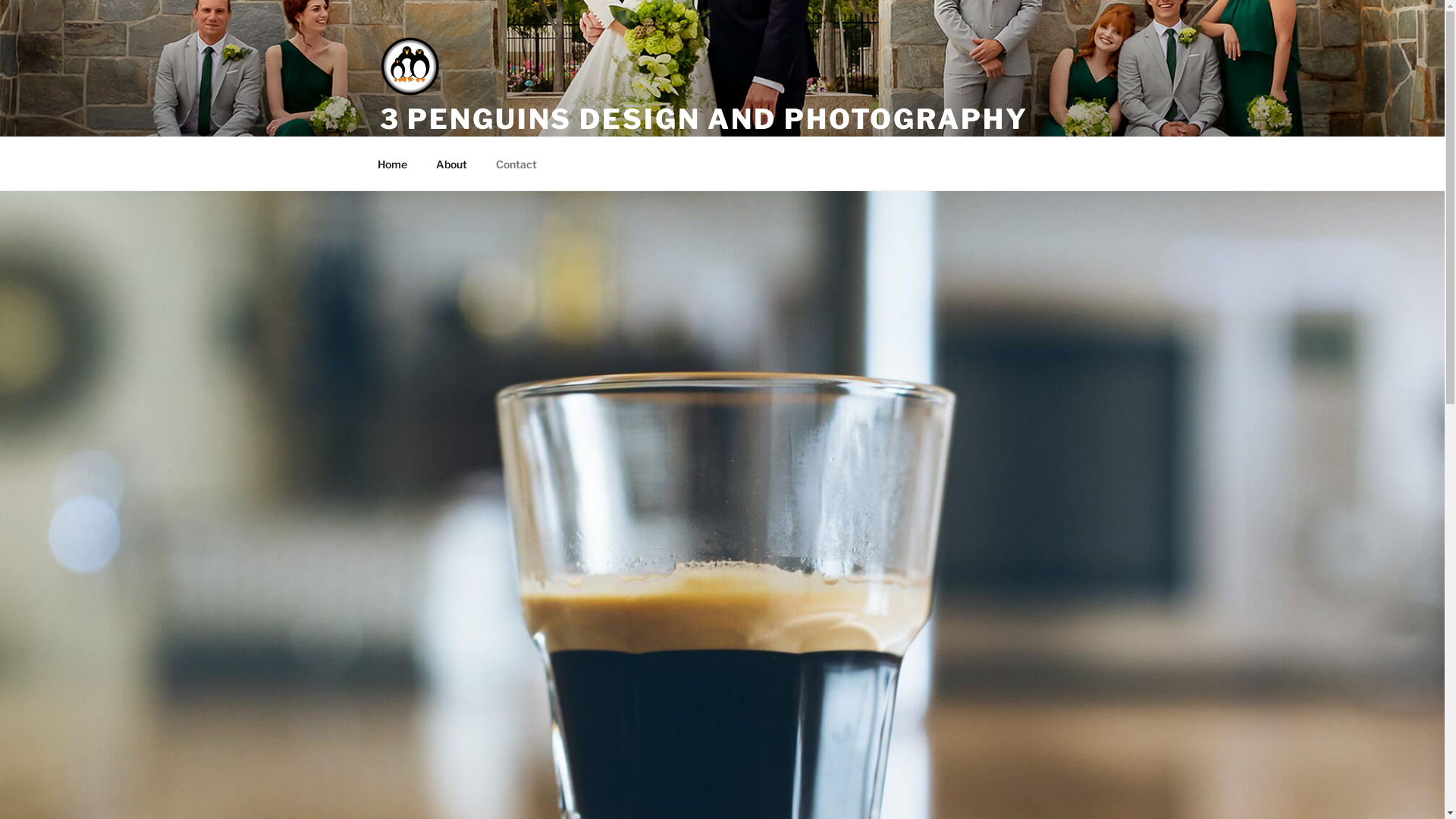  What do you see at coordinates (392, 164) in the screenshot?
I see `'Home'` at bounding box center [392, 164].